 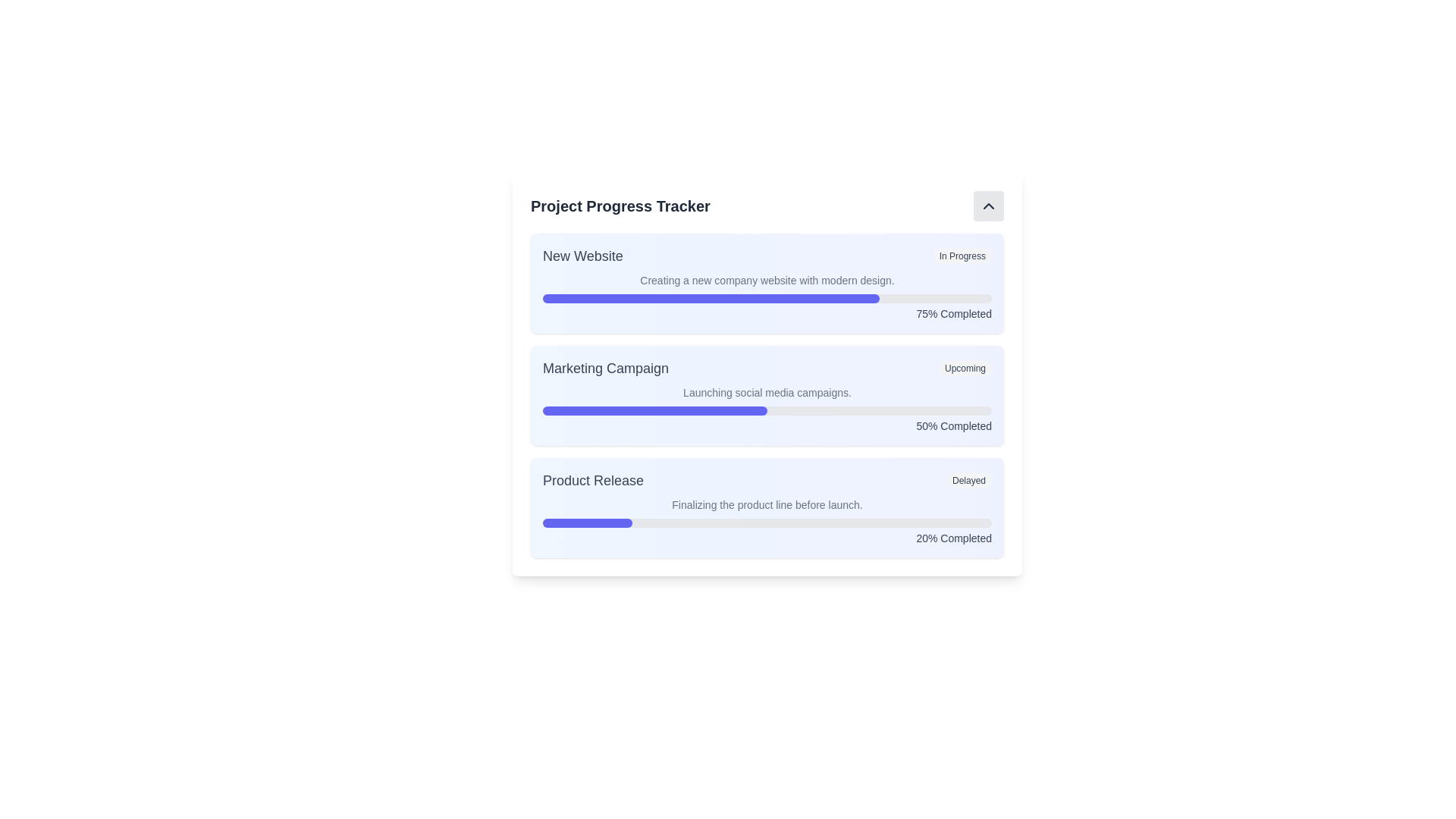 I want to click on the plain text label stating 'Creating a new company website with modern design.', which is a secondary description for the 'New Website' task, positioned beneath the 'New Website In Progress' header, so click(x=767, y=281).